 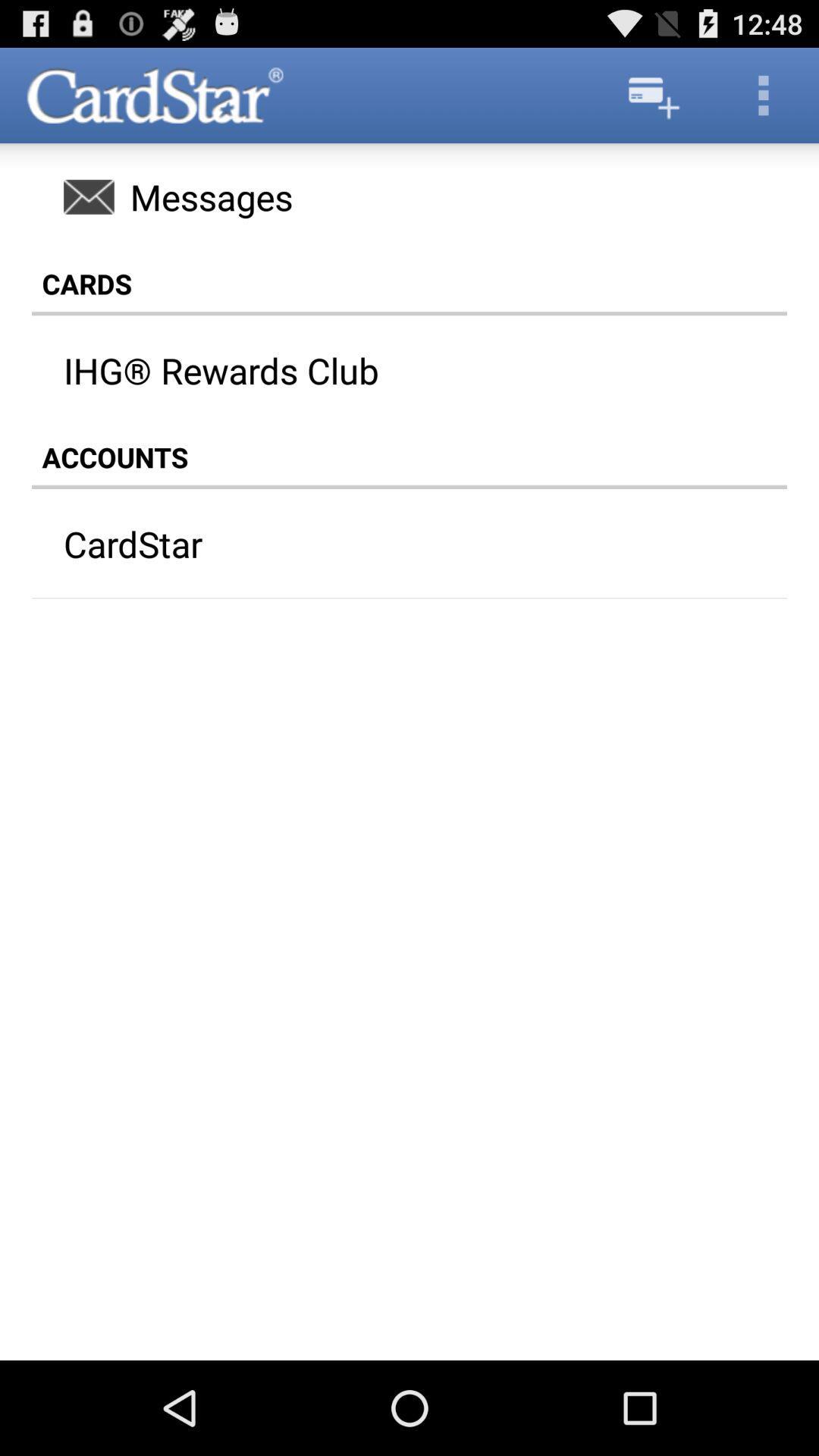 What do you see at coordinates (409, 284) in the screenshot?
I see `the cards icon` at bounding box center [409, 284].